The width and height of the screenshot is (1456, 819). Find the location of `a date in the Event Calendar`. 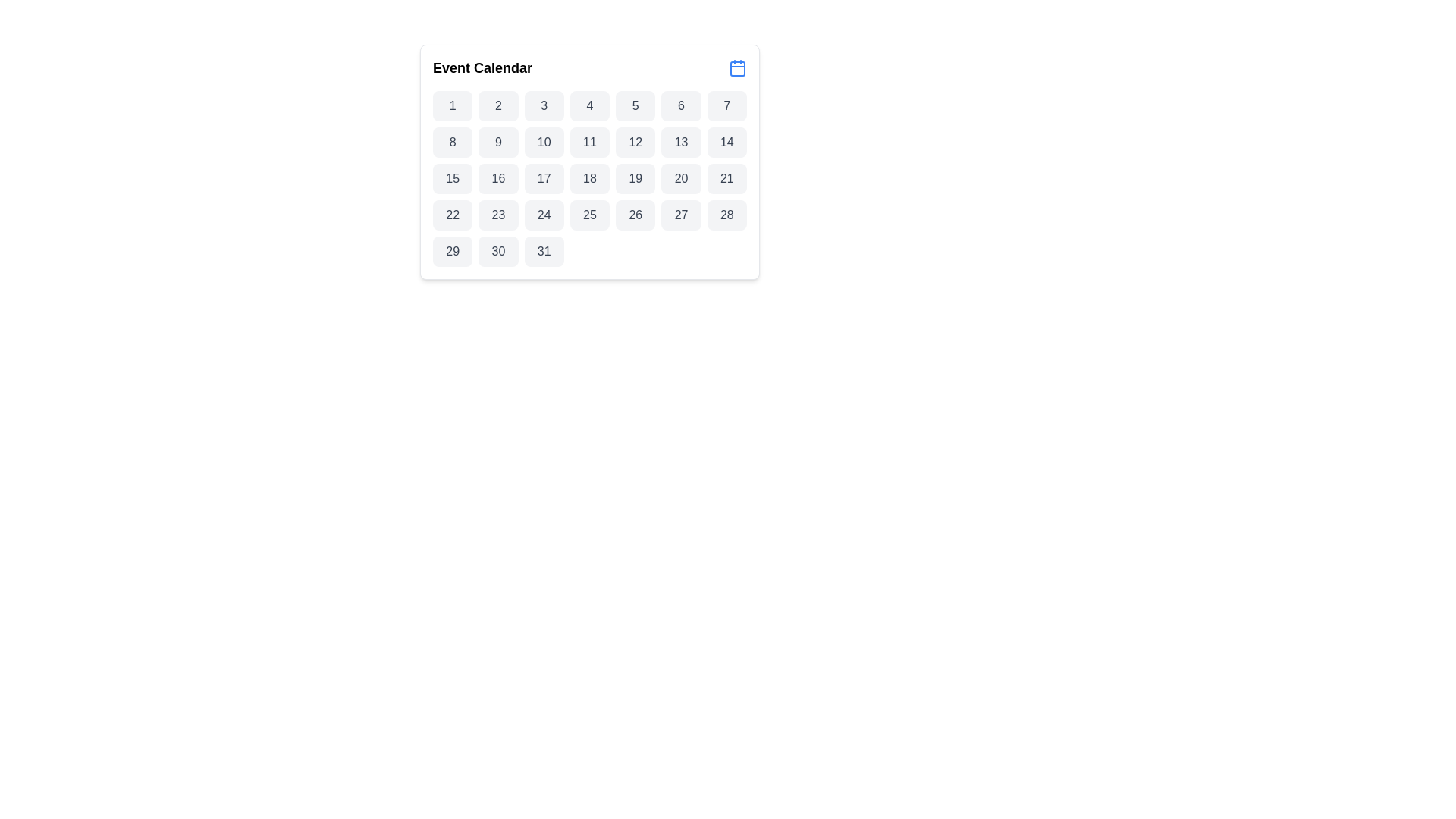

a date in the Event Calendar is located at coordinates (588, 162).